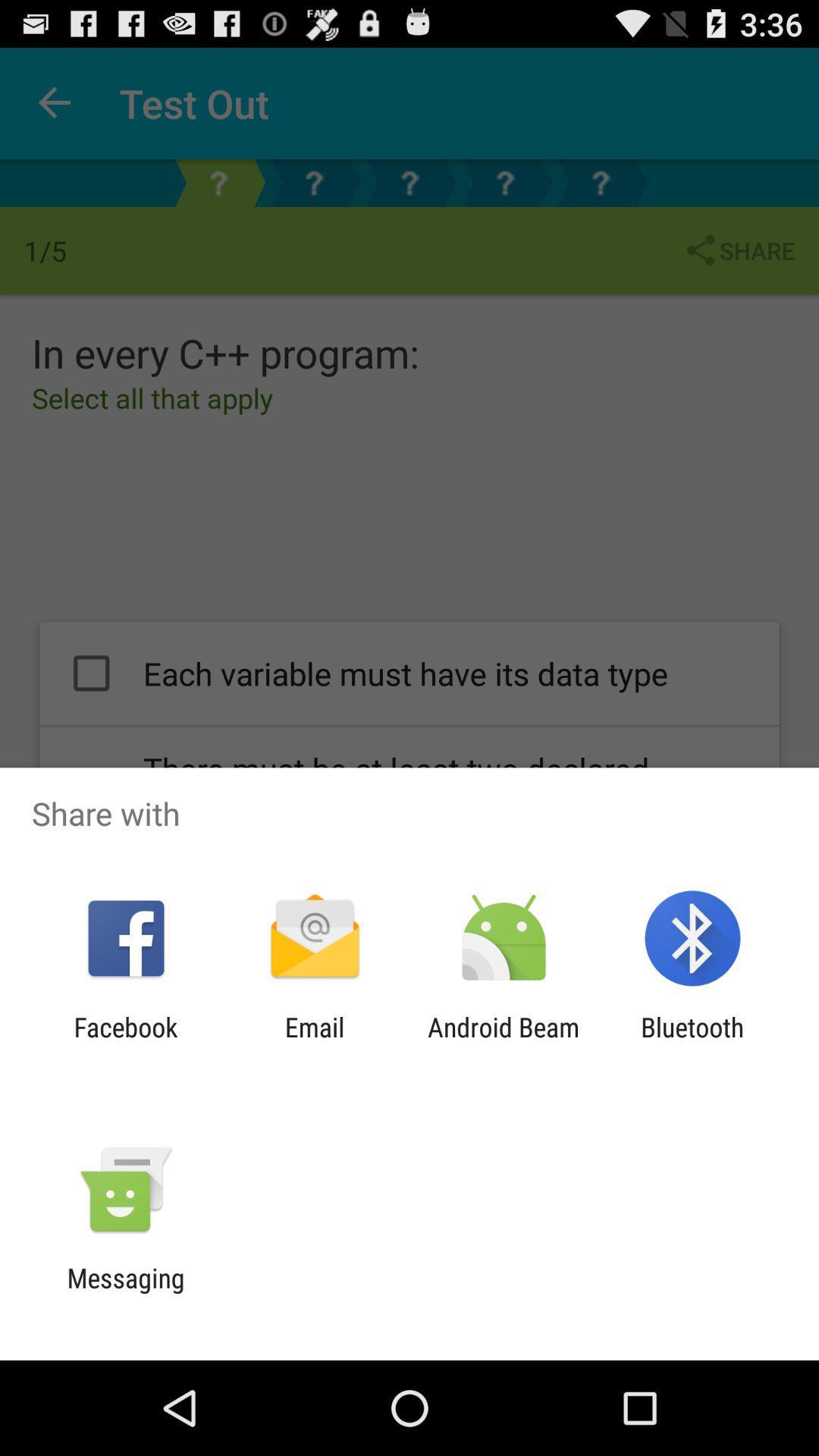 Image resolution: width=819 pixels, height=1456 pixels. What do you see at coordinates (692, 1042) in the screenshot?
I see `bluetooth at the bottom right corner` at bounding box center [692, 1042].